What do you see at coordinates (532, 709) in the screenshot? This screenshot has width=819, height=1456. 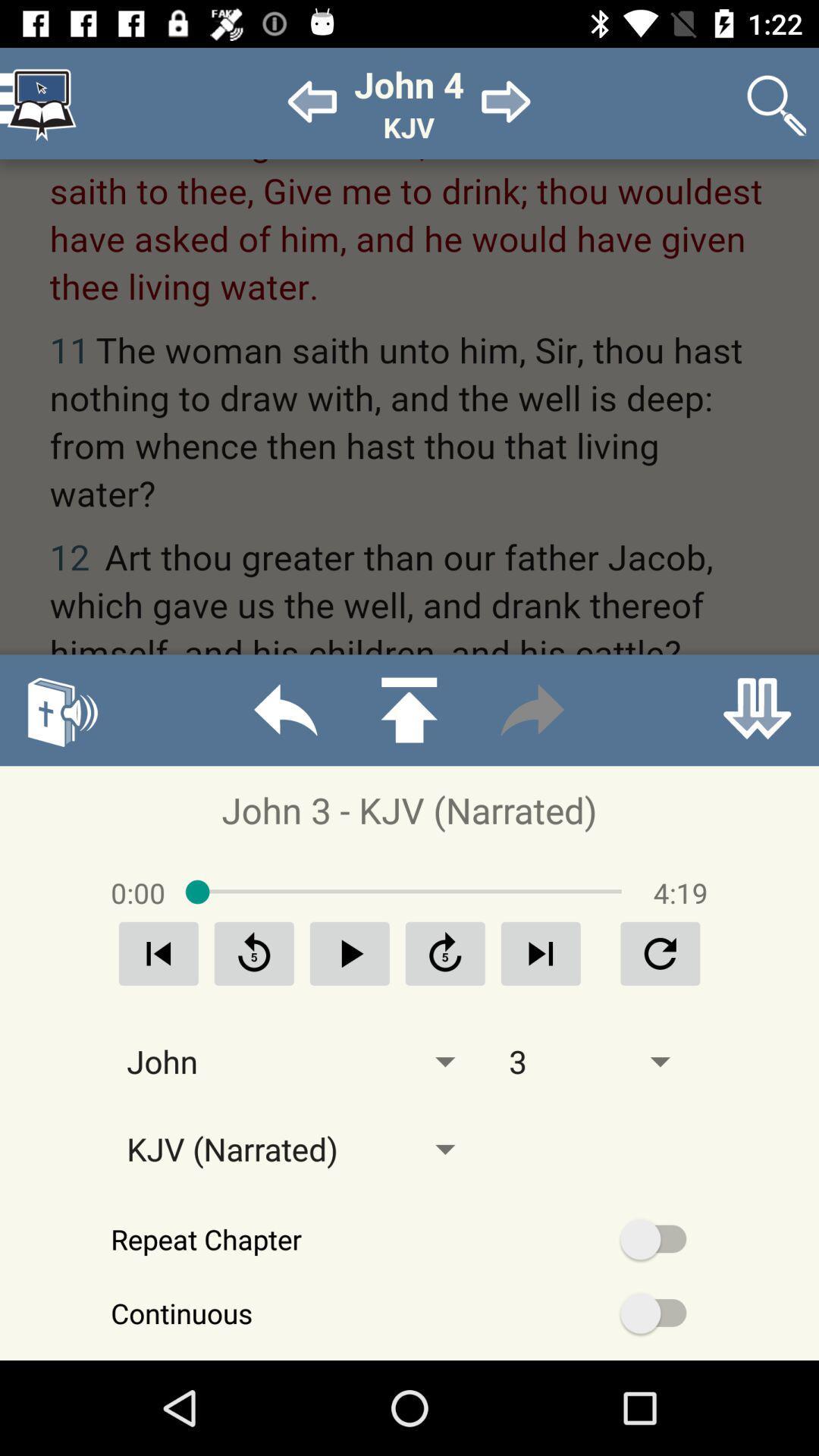 I see `fast forward` at bounding box center [532, 709].